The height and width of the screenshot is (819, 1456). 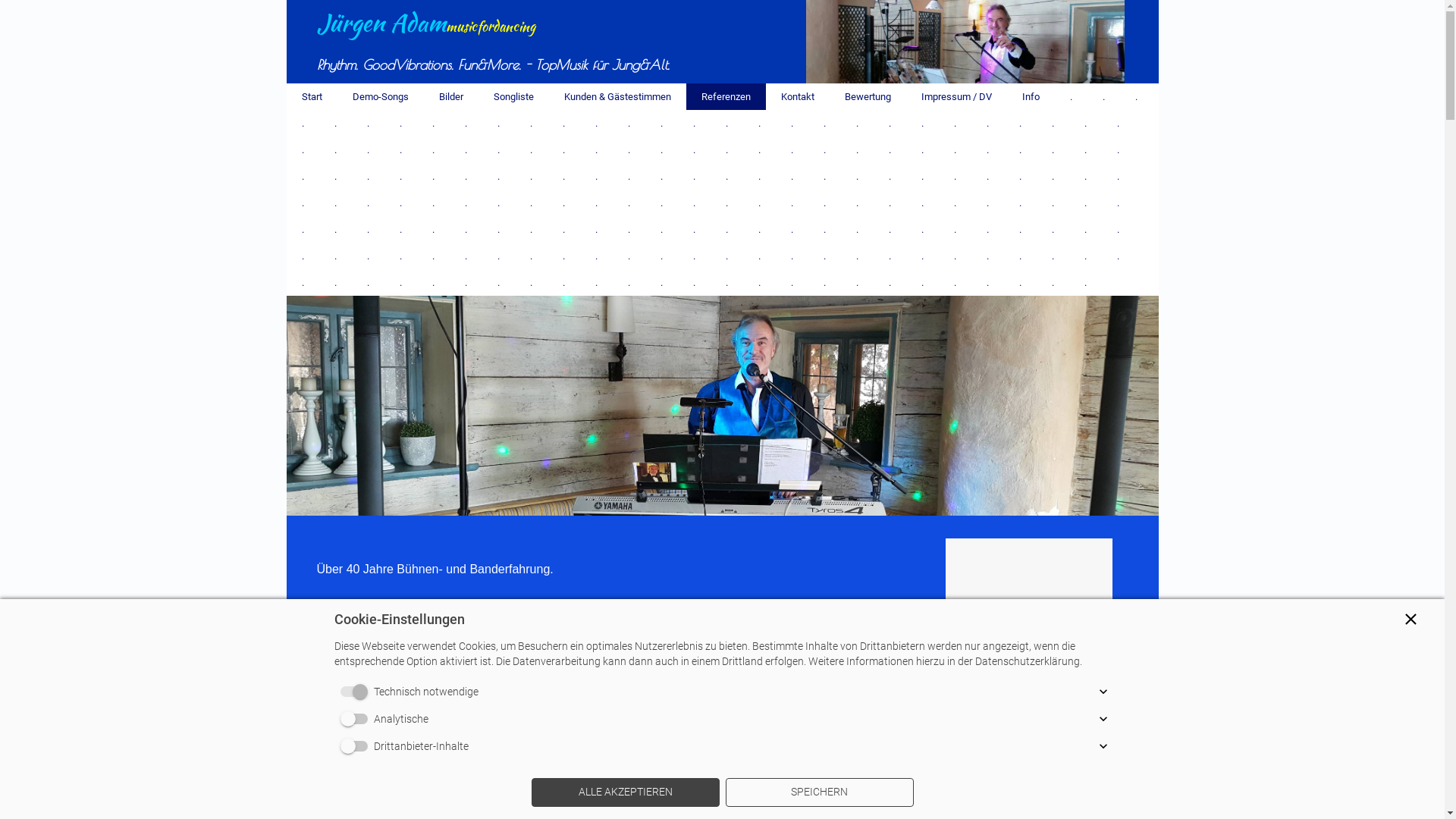 I want to click on '.', so click(x=1117, y=255).